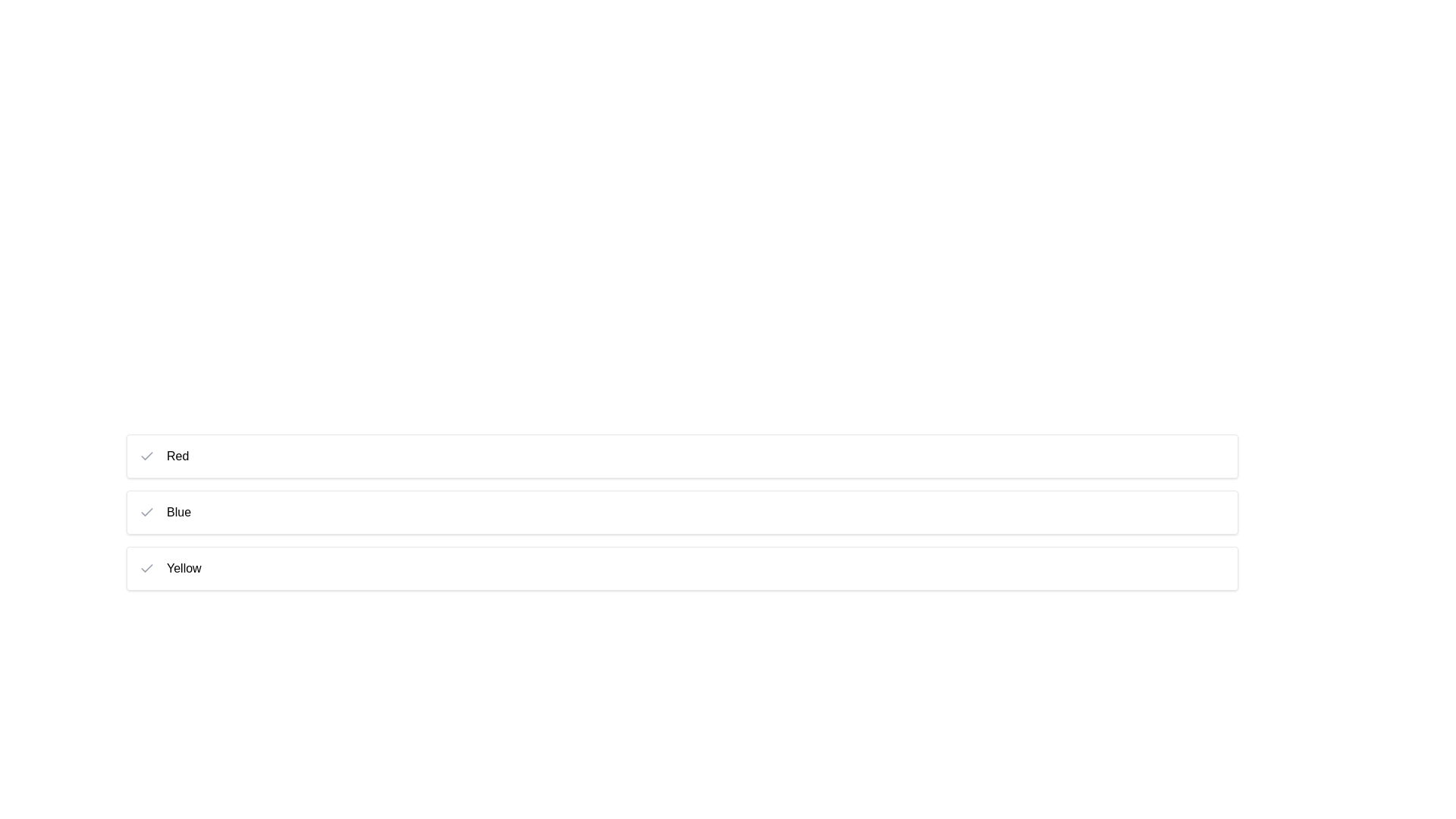 Image resolution: width=1456 pixels, height=819 pixels. Describe the element at coordinates (146, 455) in the screenshot. I see `the vector graphic element that indicates selection or affirmation, positioned to the left of the text labeled 'Red'` at that location.